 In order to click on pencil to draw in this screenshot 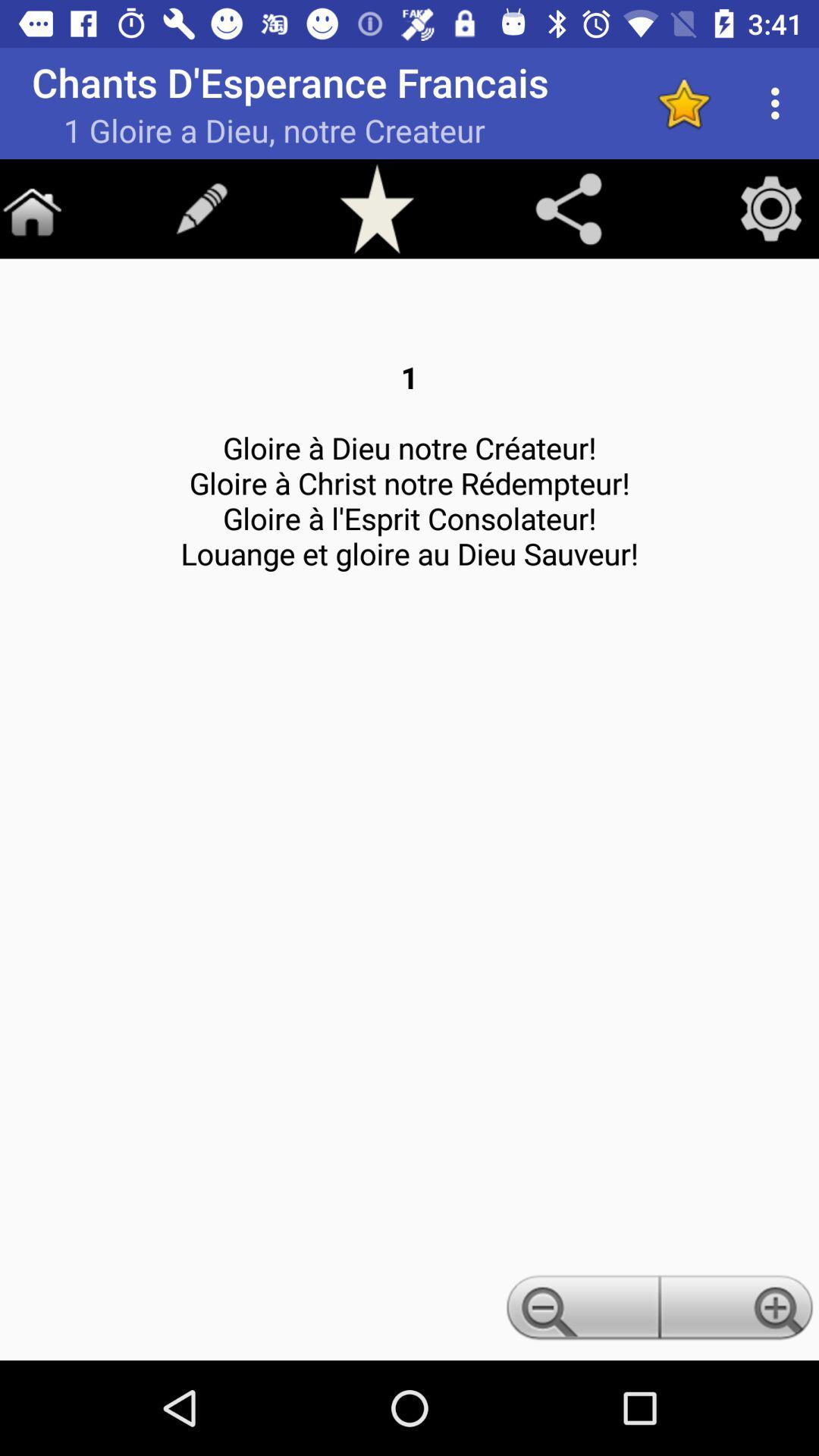, I will do `click(201, 208)`.